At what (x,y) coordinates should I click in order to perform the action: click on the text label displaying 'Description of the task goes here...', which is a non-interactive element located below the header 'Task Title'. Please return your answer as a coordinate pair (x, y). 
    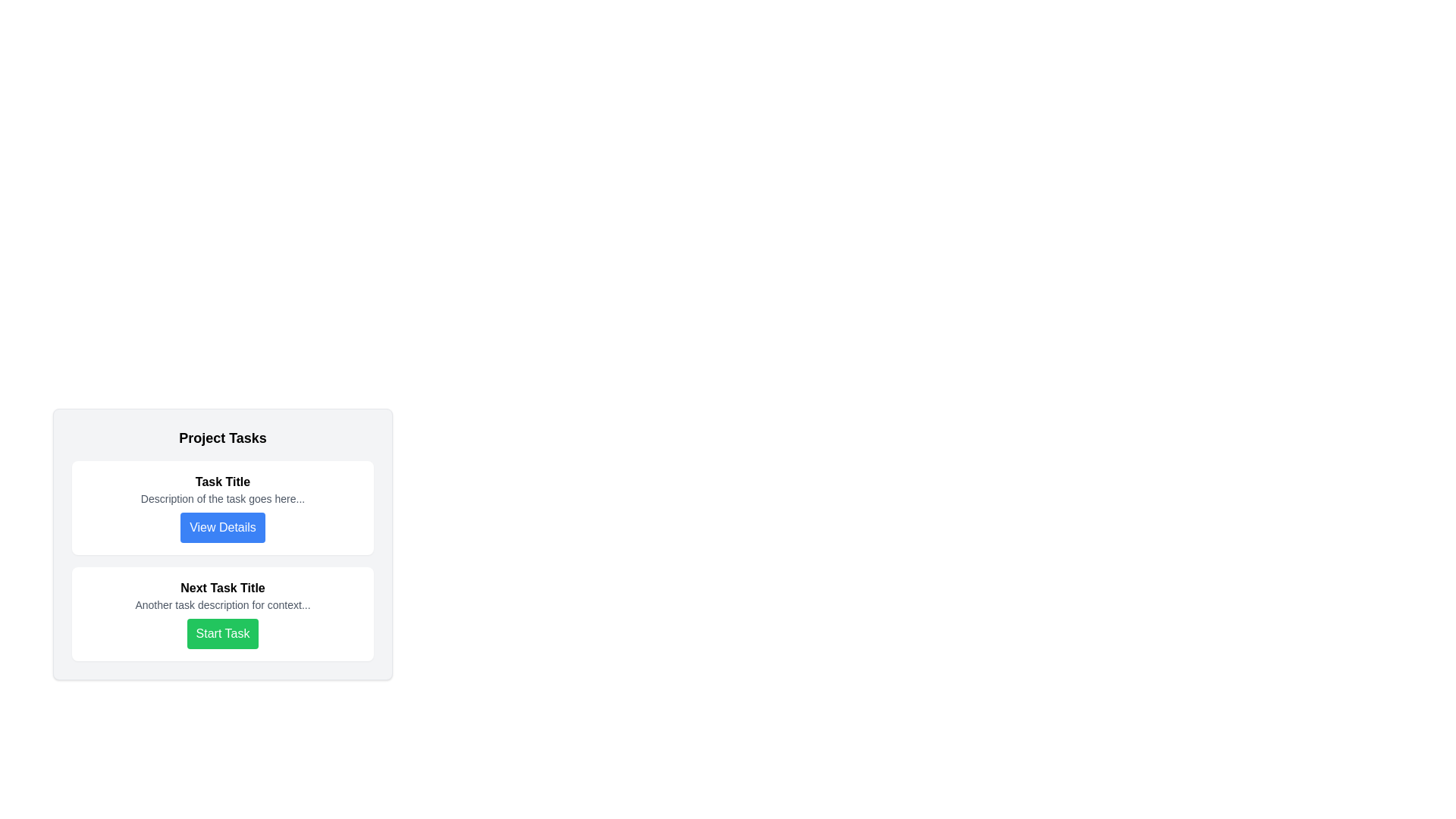
    Looking at the image, I should click on (221, 499).